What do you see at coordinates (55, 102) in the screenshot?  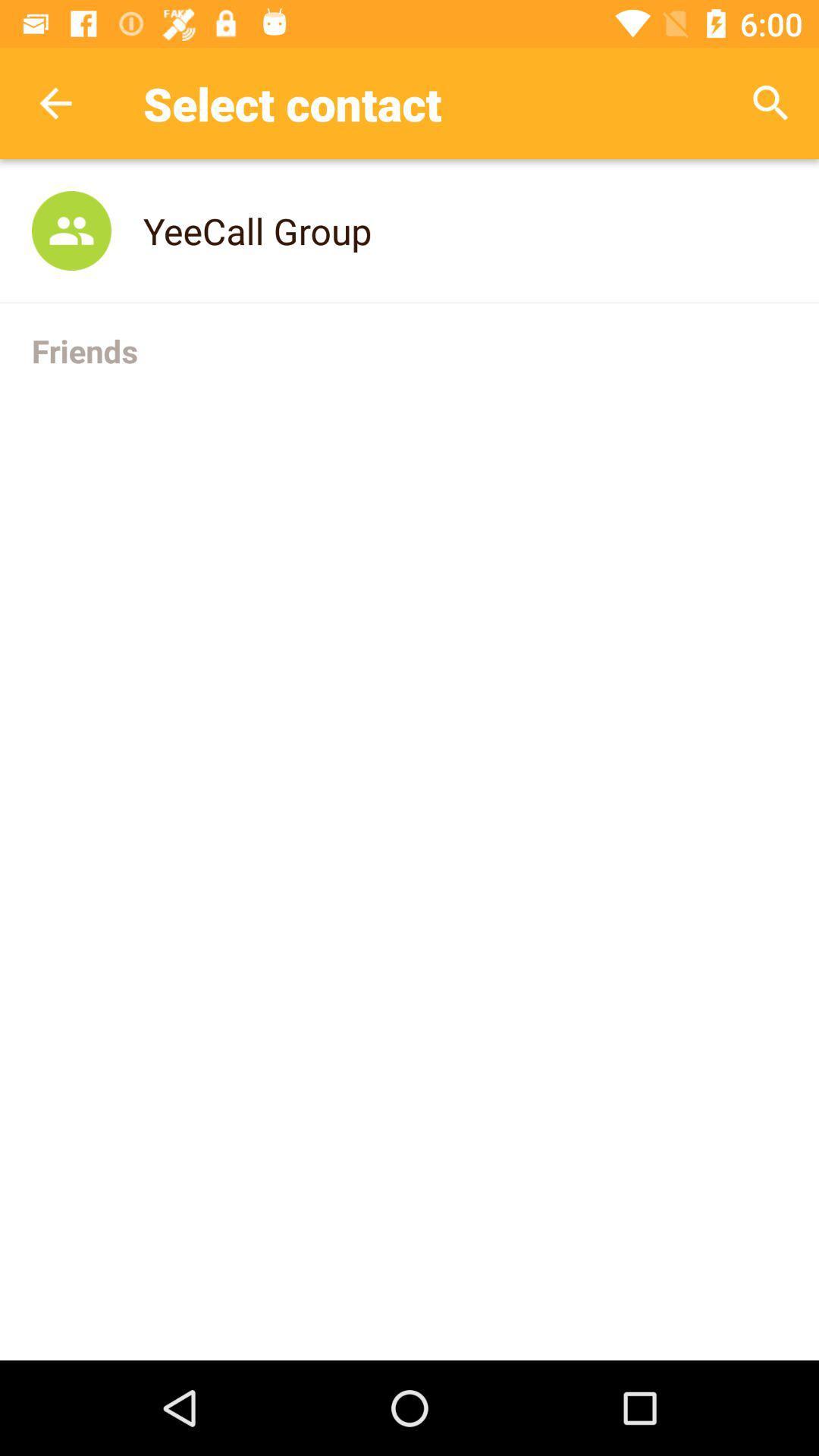 I see `previous` at bounding box center [55, 102].